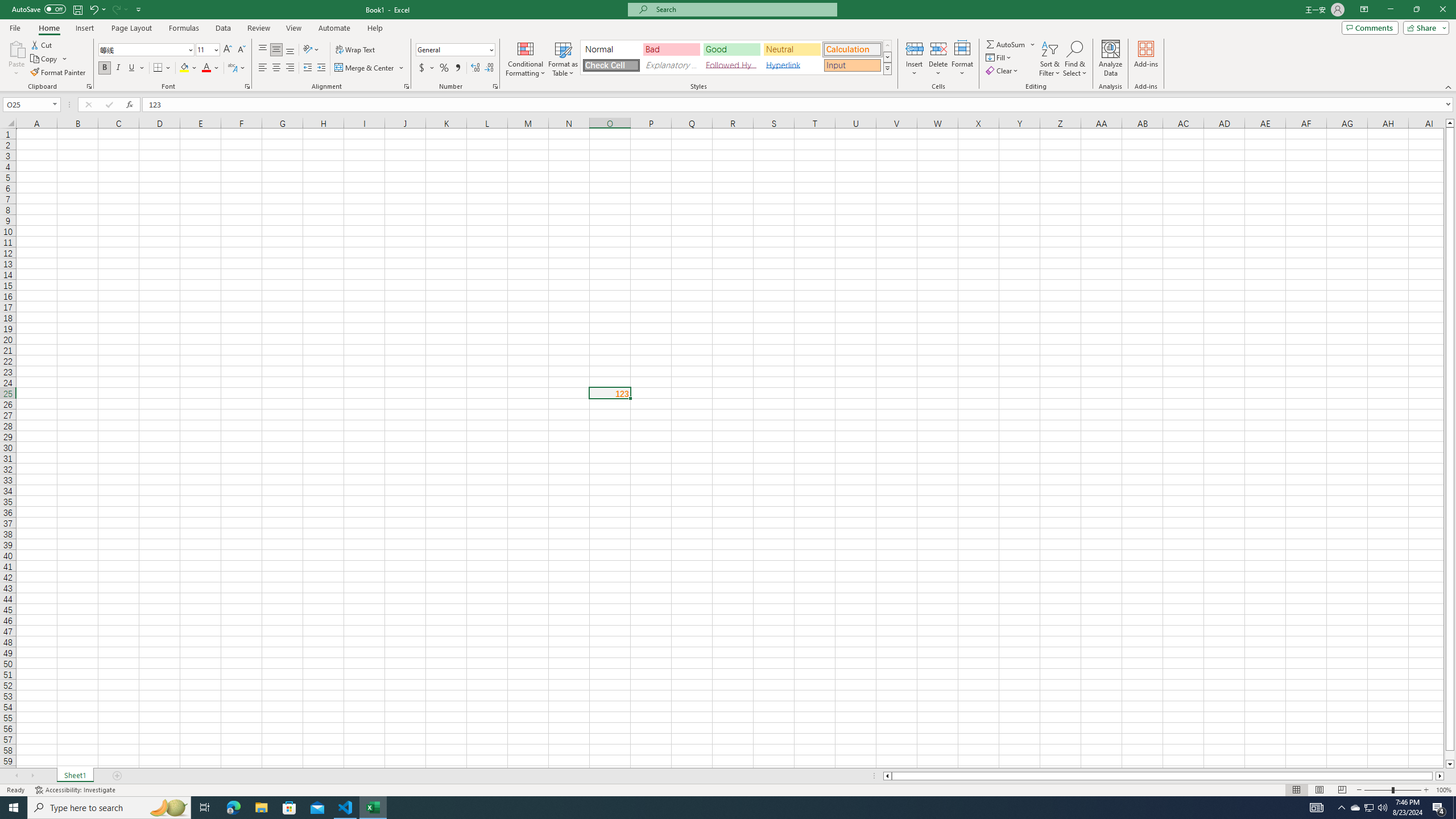 The width and height of the screenshot is (1456, 819). I want to click on 'Office Clipboard...', so click(88, 85).